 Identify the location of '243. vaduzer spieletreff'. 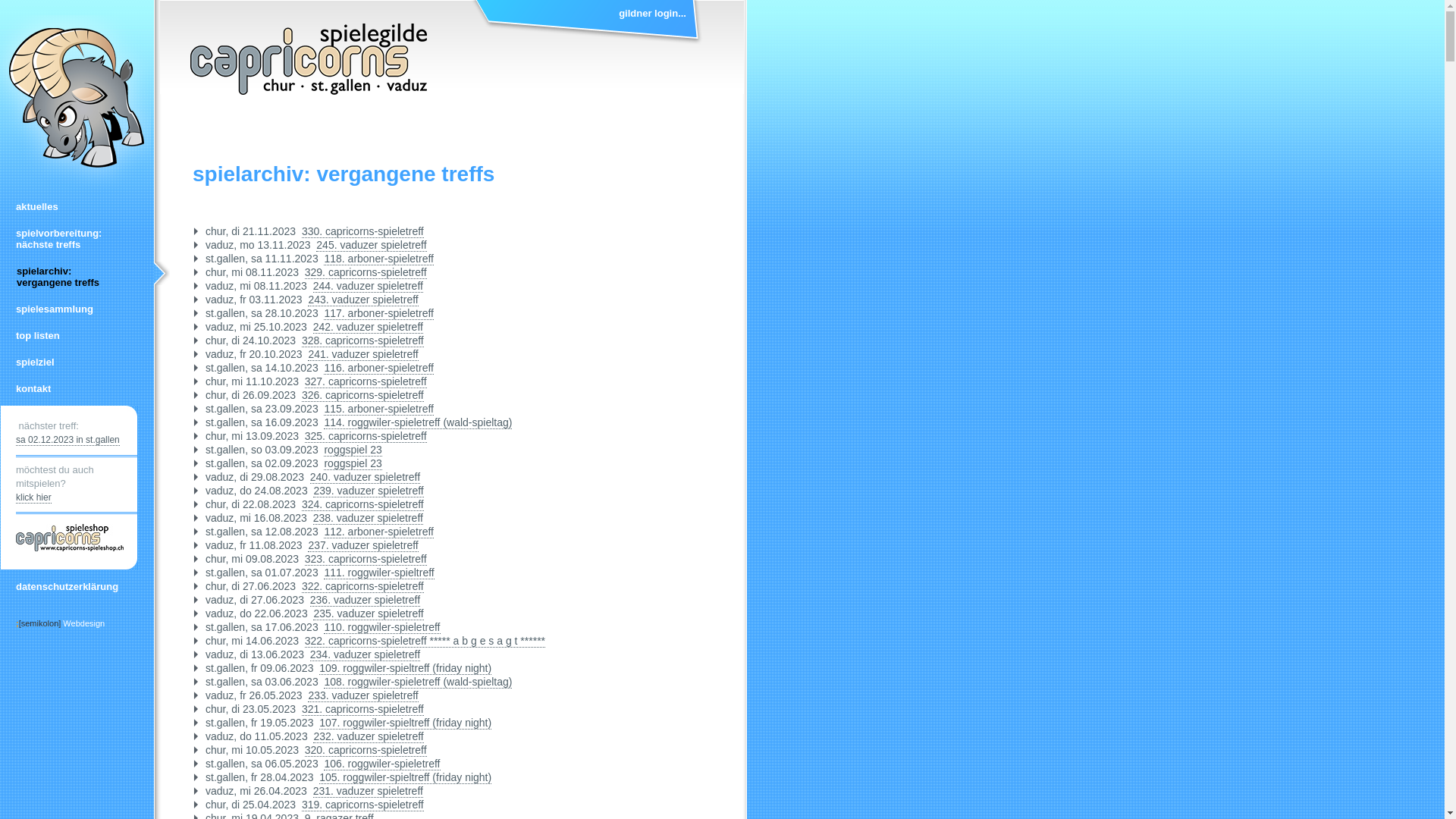
(362, 300).